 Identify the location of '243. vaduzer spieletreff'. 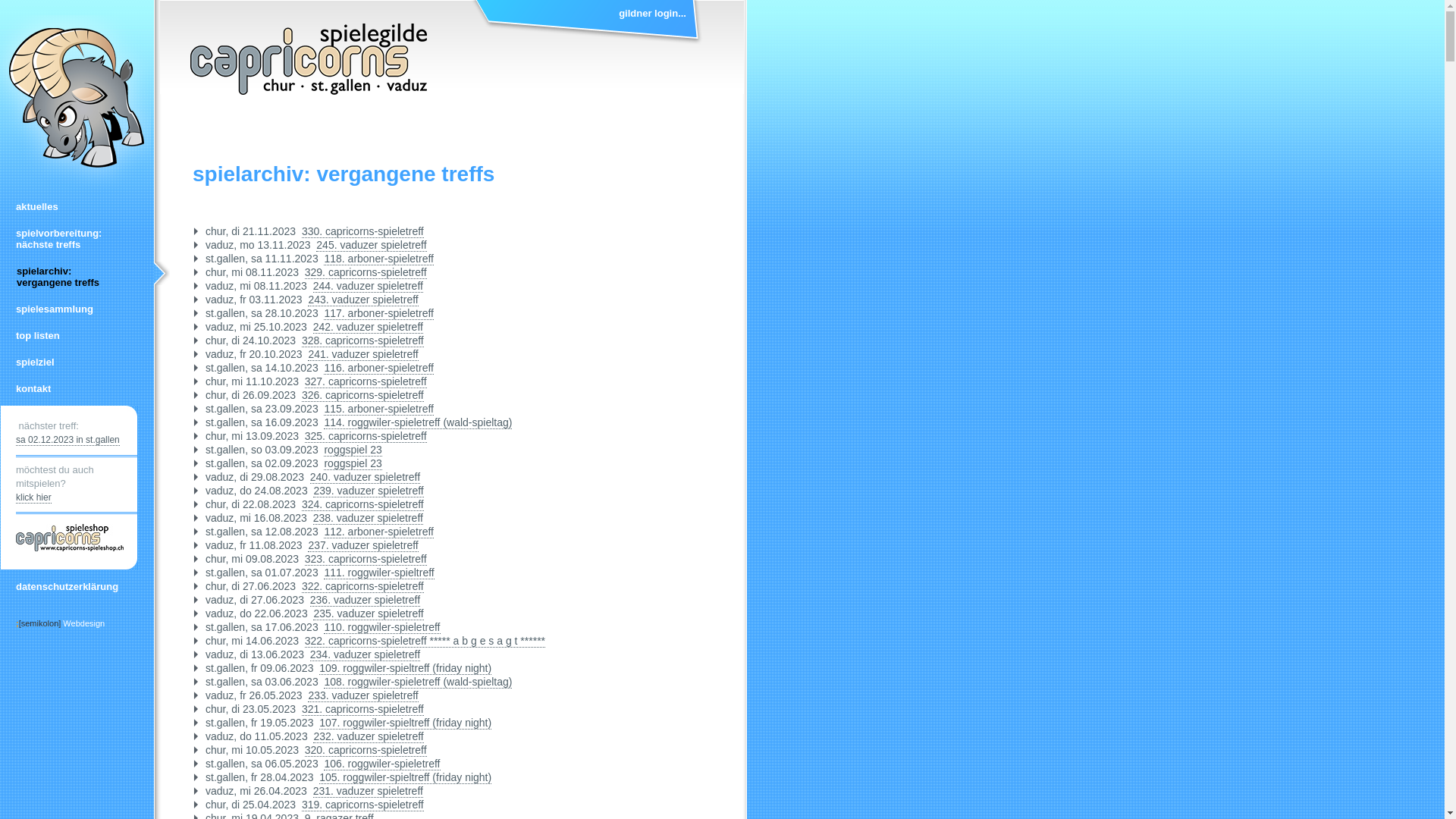
(362, 300).